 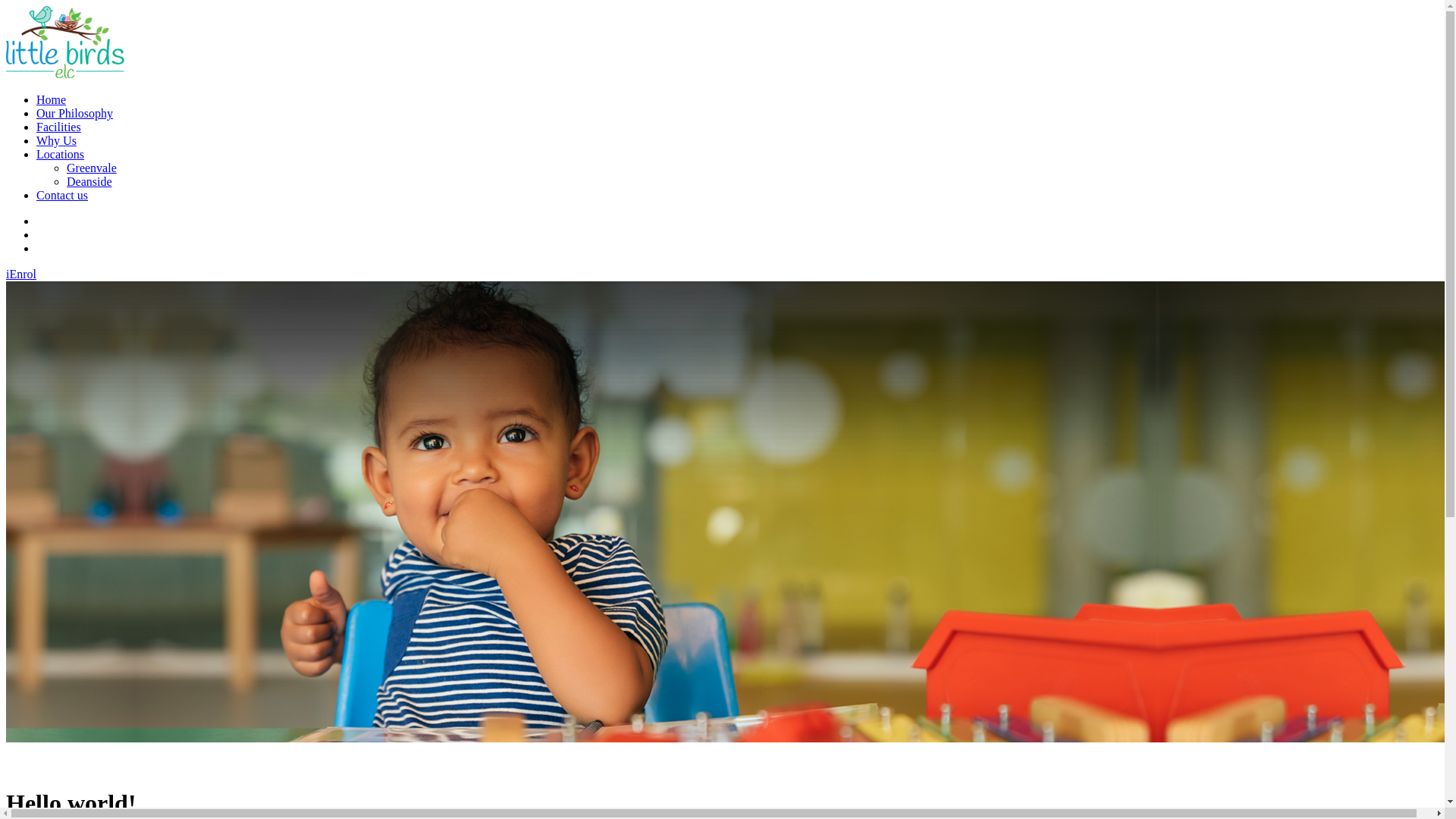 I want to click on 'Home', so click(x=51, y=99).